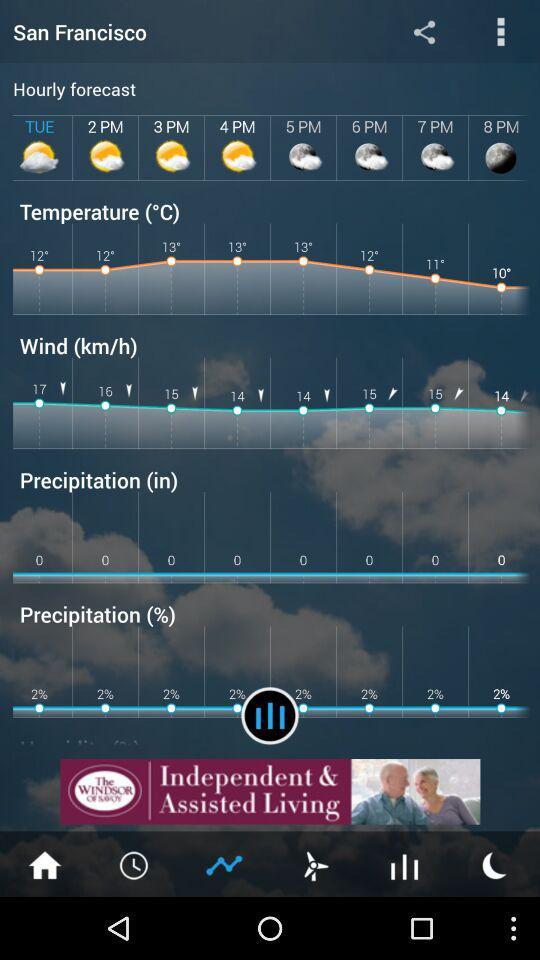  Describe the element at coordinates (44, 863) in the screenshot. I see `homepage` at that location.